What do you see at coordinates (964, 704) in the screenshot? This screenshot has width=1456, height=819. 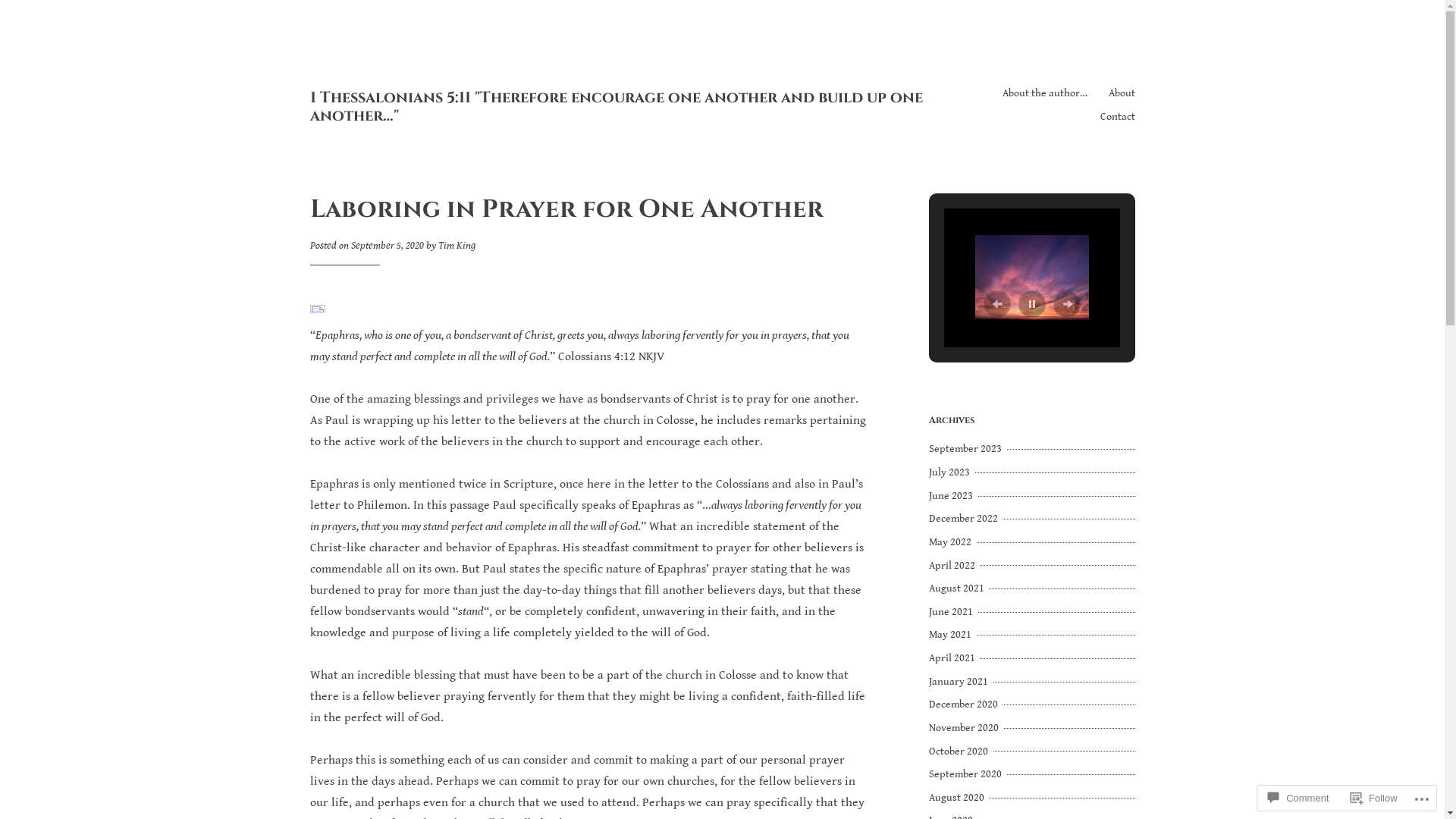 I see `'December 2020'` at bounding box center [964, 704].